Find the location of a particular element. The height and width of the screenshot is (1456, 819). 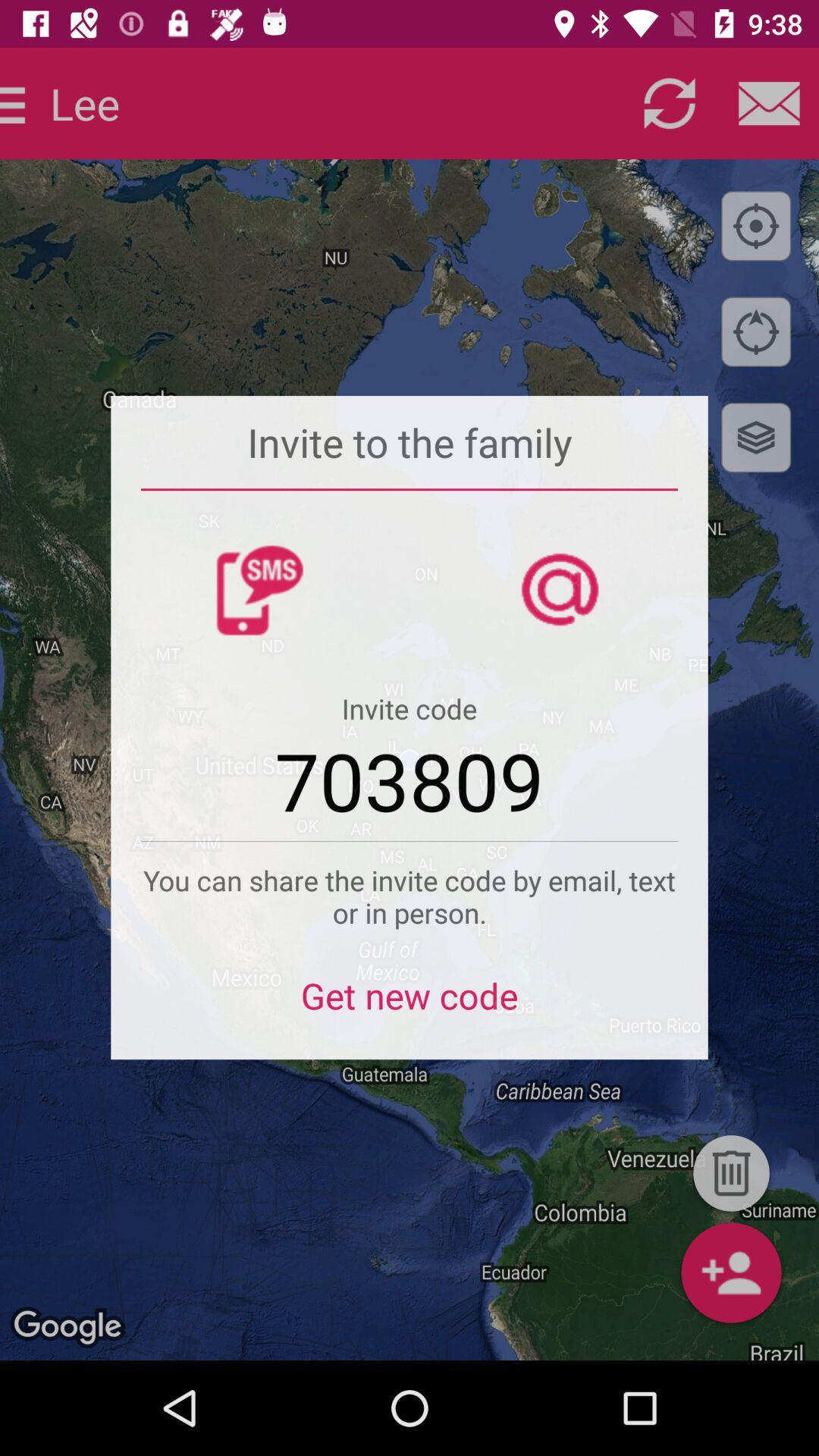

the email icon is located at coordinates (769, 102).